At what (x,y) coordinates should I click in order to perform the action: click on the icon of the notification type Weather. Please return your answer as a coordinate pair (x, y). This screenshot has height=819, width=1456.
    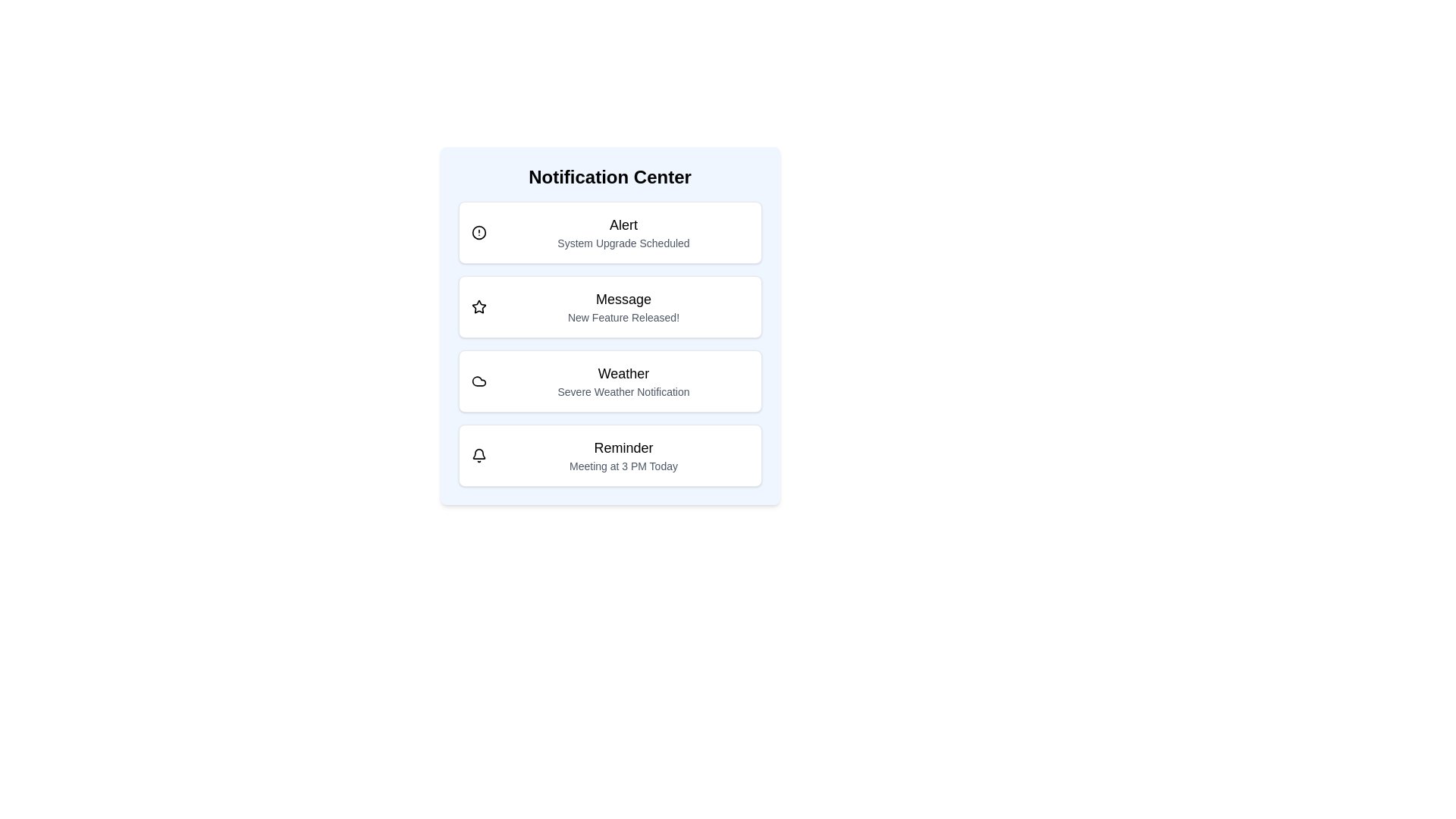
    Looking at the image, I should click on (478, 380).